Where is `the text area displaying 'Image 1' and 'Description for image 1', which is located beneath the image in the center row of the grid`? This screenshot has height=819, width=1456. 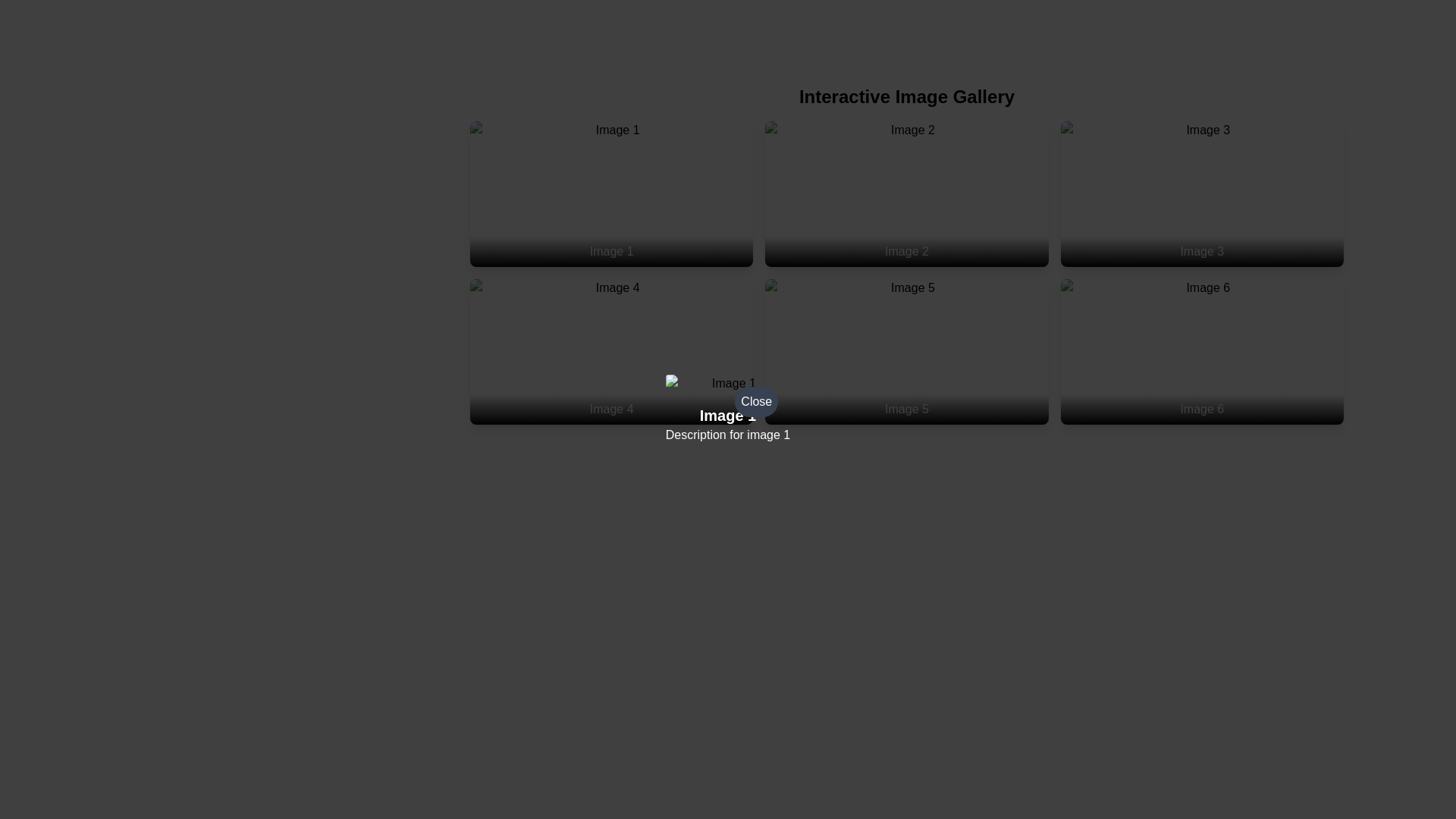 the text area displaying 'Image 1' and 'Description for image 1', which is located beneath the image in the center row of the grid is located at coordinates (728, 424).